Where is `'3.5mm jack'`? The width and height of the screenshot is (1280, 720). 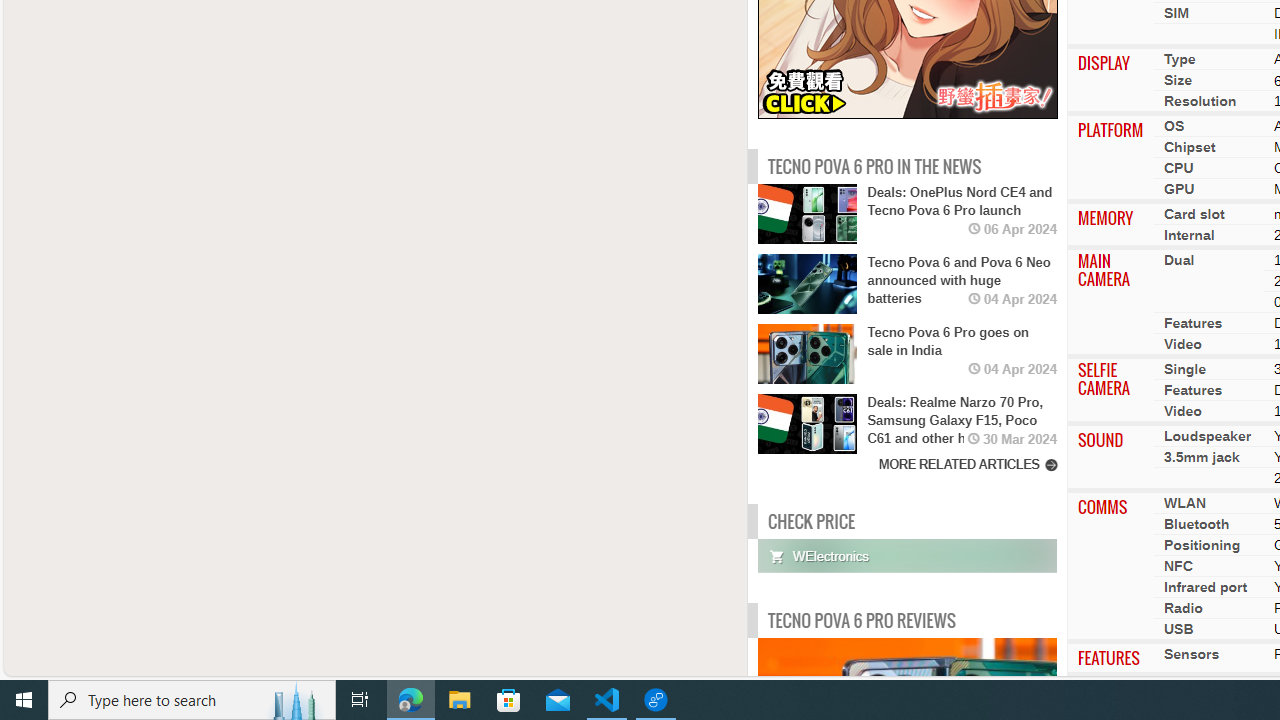 '3.5mm jack' is located at coordinates (1200, 457).